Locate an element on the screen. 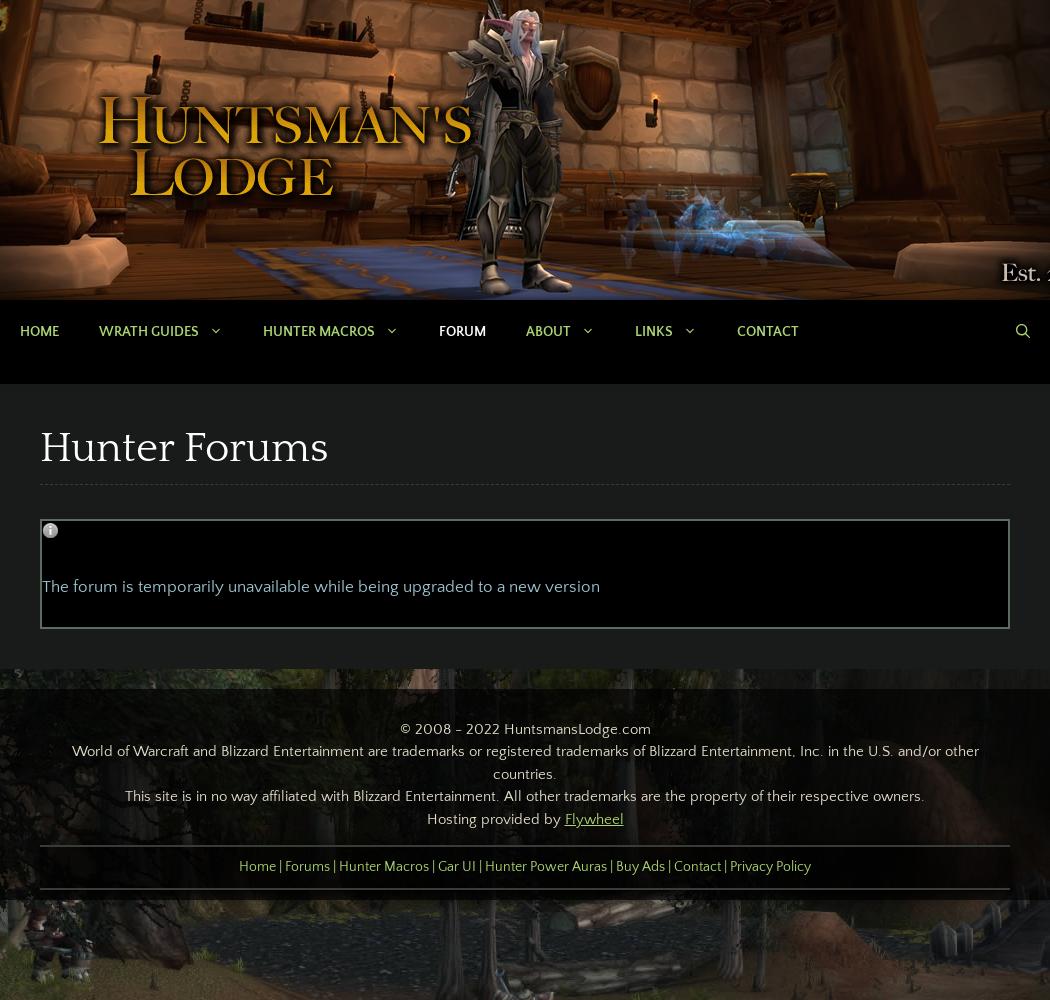 The width and height of the screenshot is (1050, 1000). 'Gar UI' is located at coordinates (456, 866).